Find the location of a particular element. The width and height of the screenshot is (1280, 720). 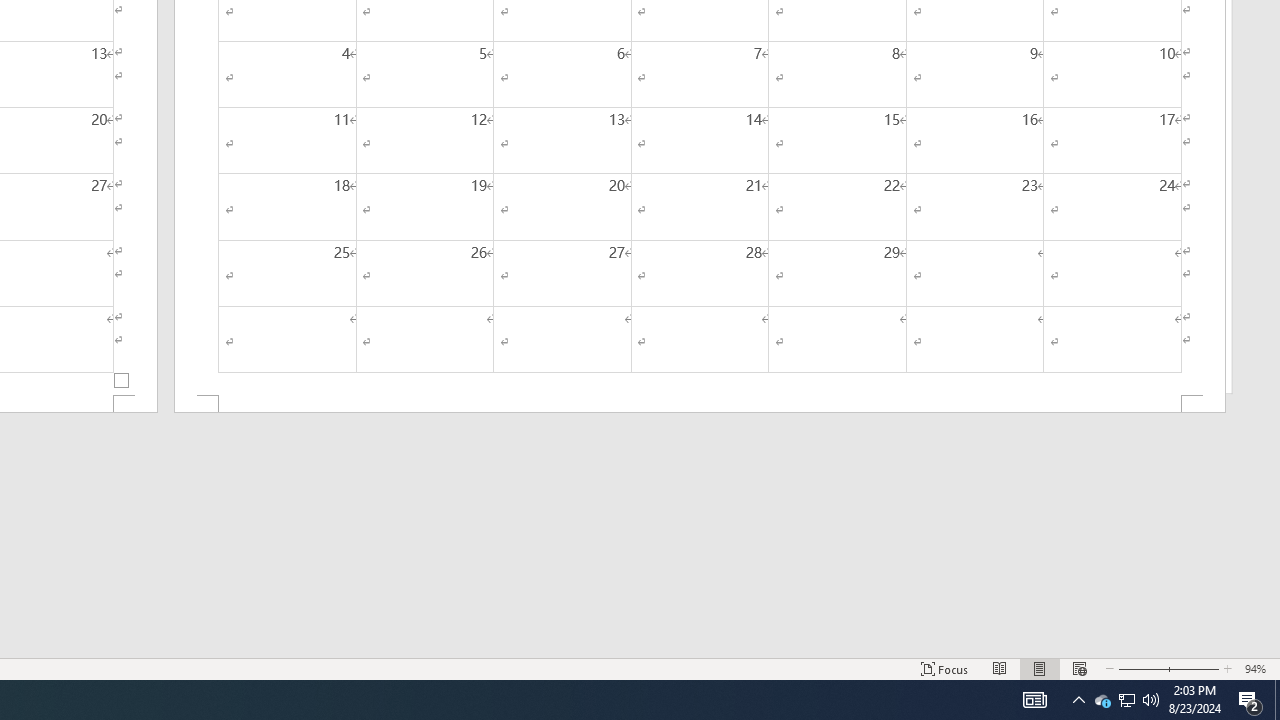

'Print Layout' is located at coordinates (1040, 669).